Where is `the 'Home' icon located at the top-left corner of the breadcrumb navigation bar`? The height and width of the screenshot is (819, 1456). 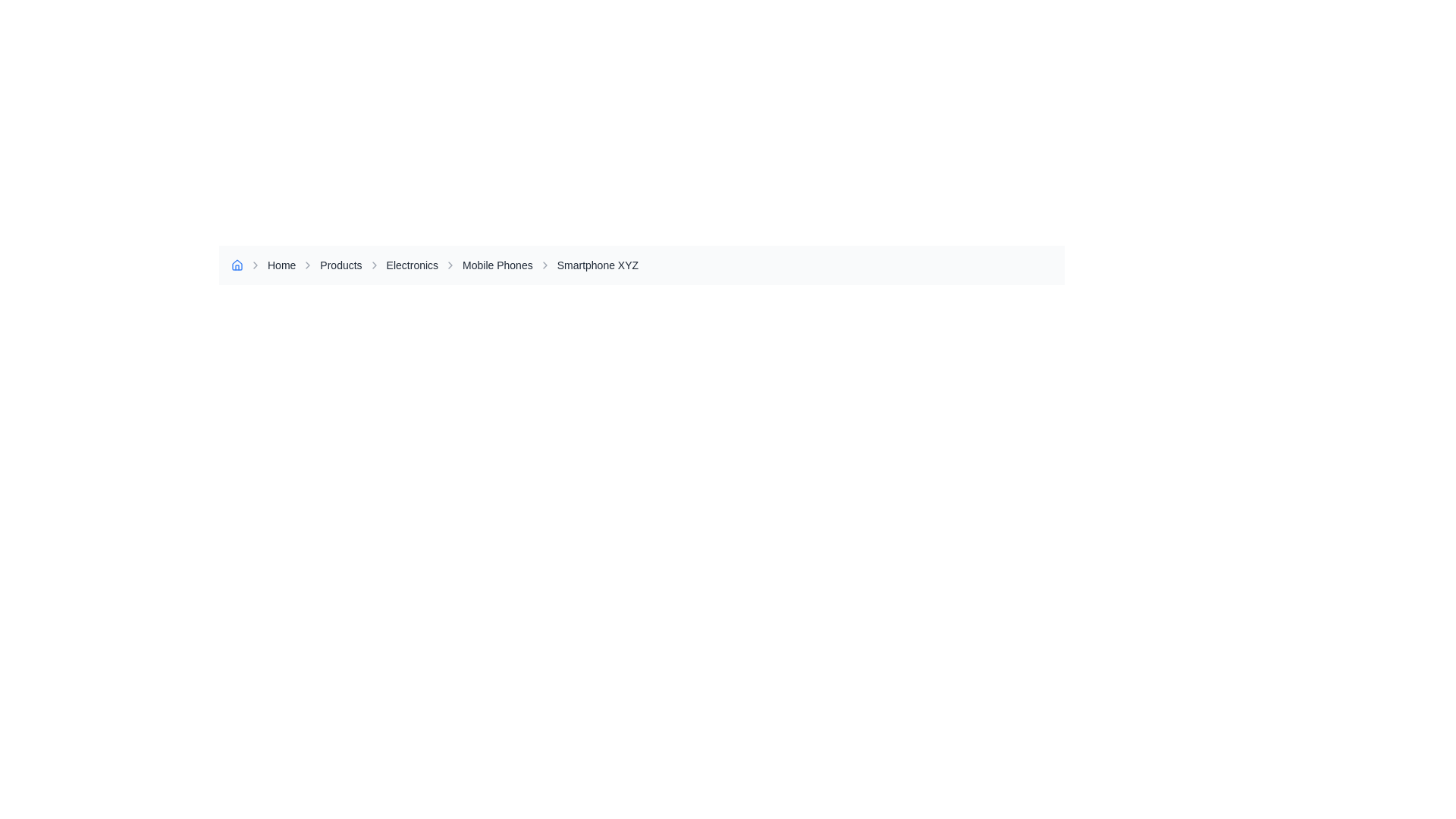 the 'Home' icon located at the top-left corner of the breadcrumb navigation bar is located at coordinates (236, 263).